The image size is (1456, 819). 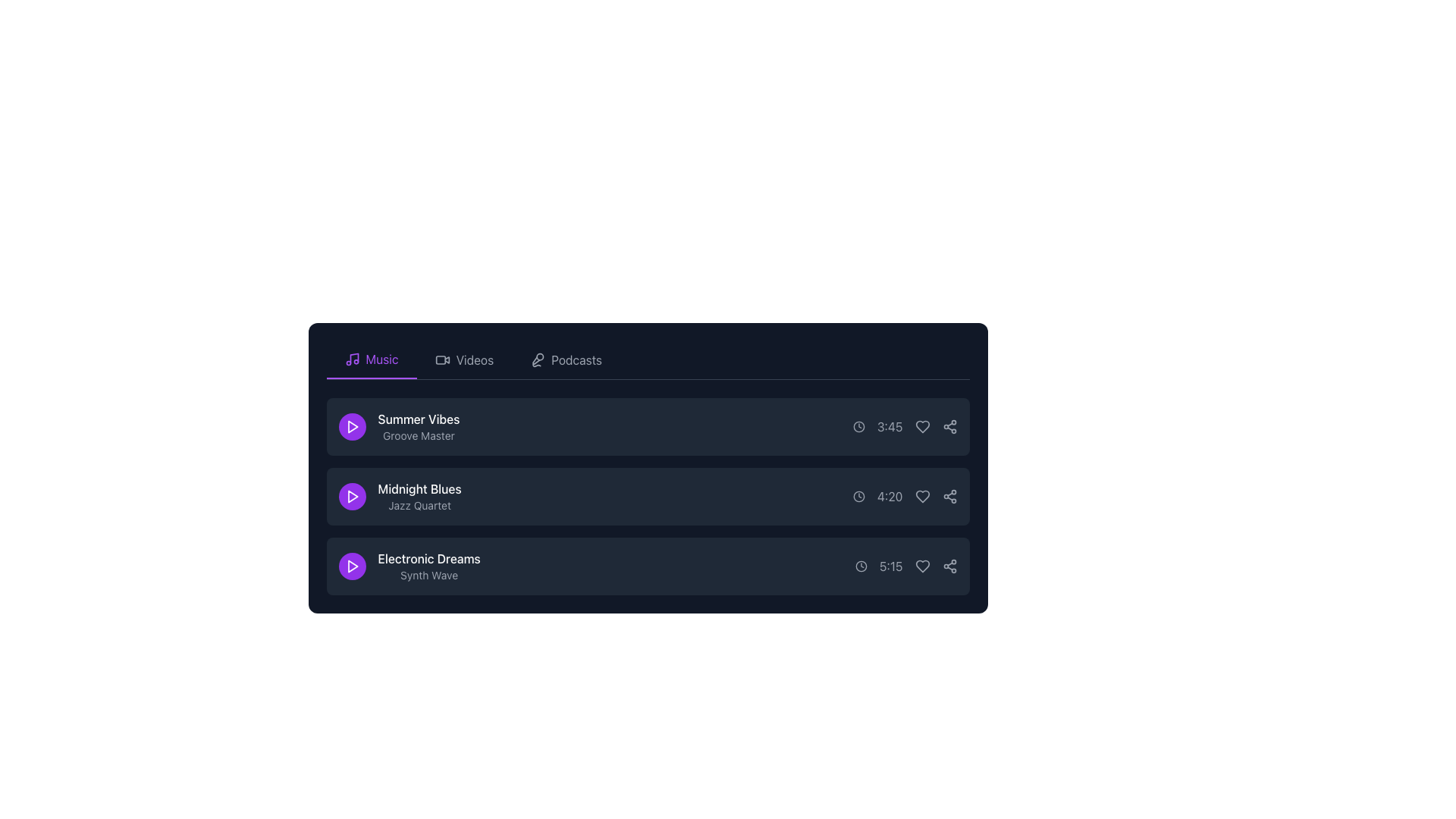 What do you see at coordinates (906, 566) in the screenshot?
I see `the text label displaying the duration of the track 'Electronic Dreams', which is located in the right portion of the horizontal layout segment and is the third entry in the playlist` at bounding box center [906, 566].